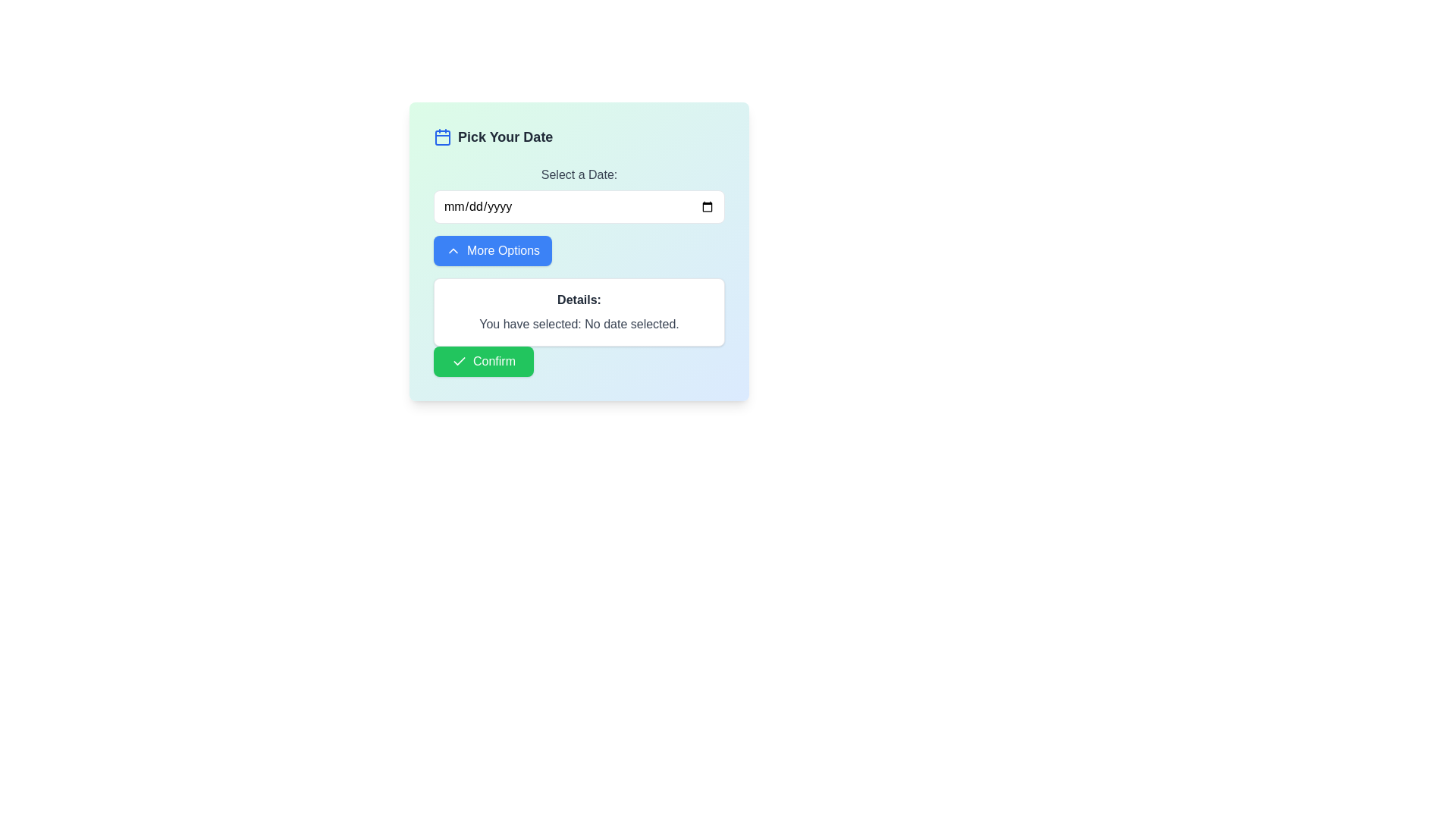 The height and width of the screenshot is (819, 1456). What do you see at coordinates (458, 362) in the screenshot?
I see `the check icon located to the left of the 'Confirm' text within the green button at the bottom of the main panel` at bounding box center [458, 362].